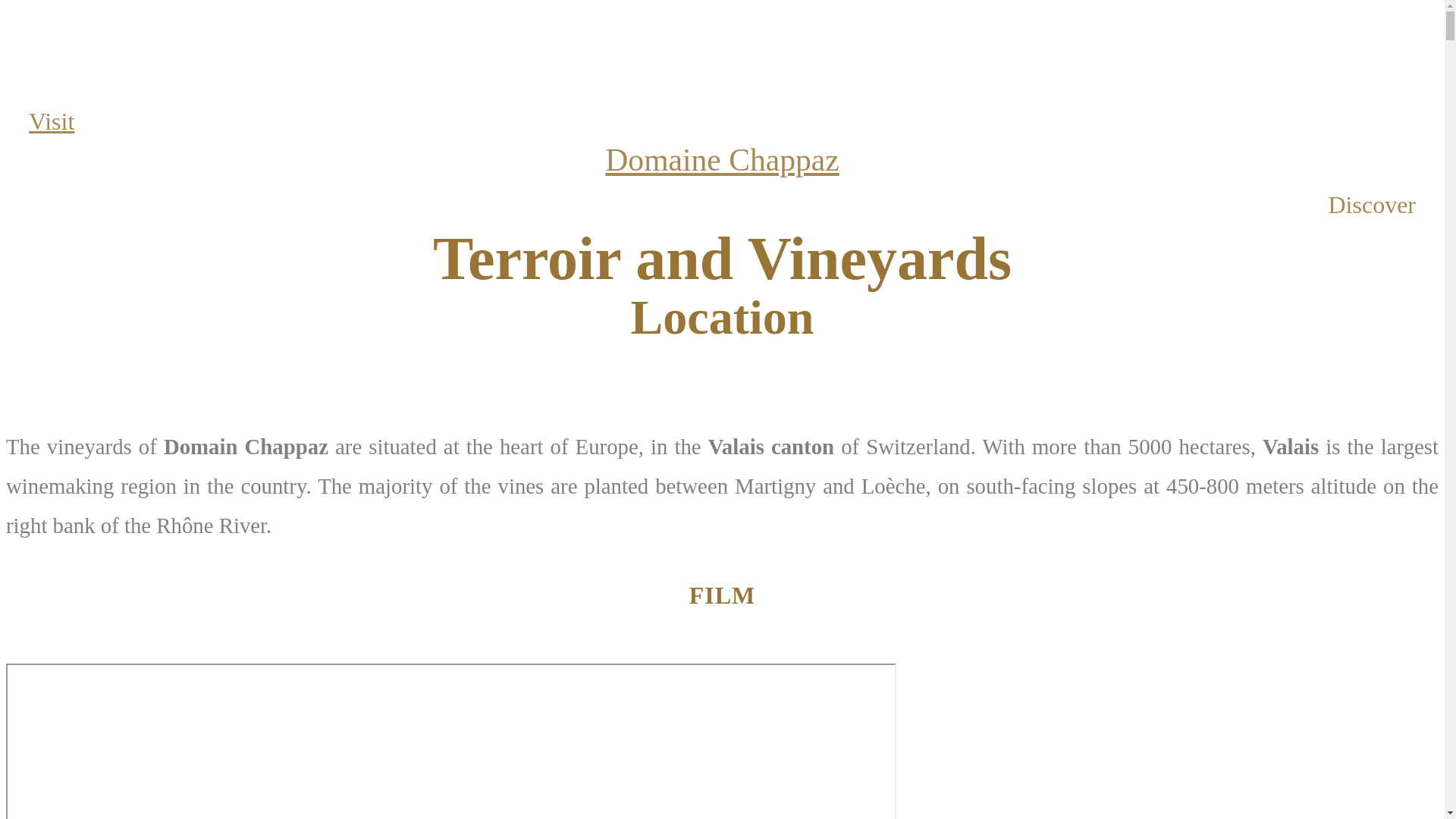 The image size is (1456, 819). Describe the element at coordinates (720, 160) in the screenshot. I see `'Domaine Chappaz'` at that location.